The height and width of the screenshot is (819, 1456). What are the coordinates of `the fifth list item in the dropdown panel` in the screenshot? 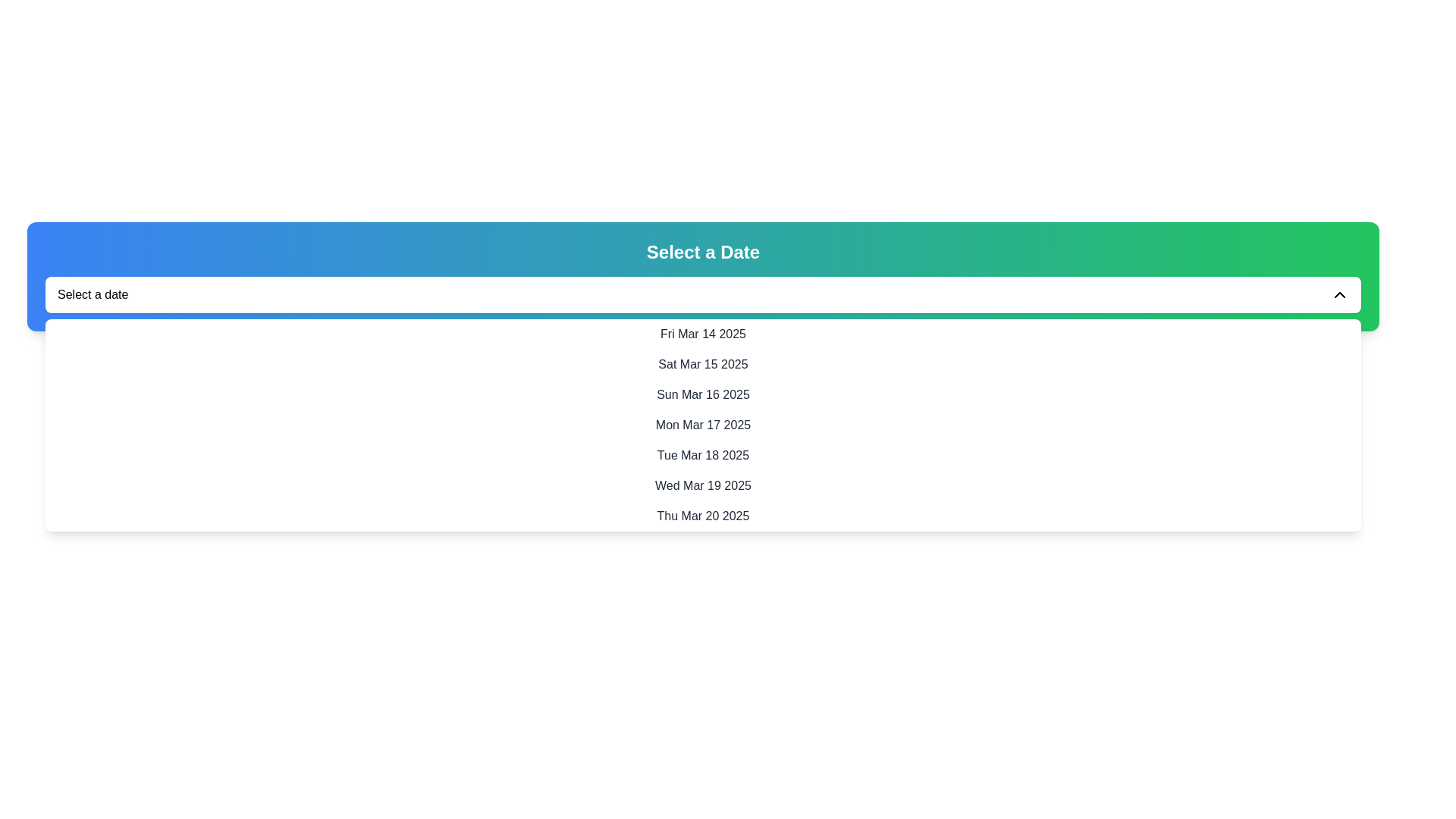 It's located at (702, 455).